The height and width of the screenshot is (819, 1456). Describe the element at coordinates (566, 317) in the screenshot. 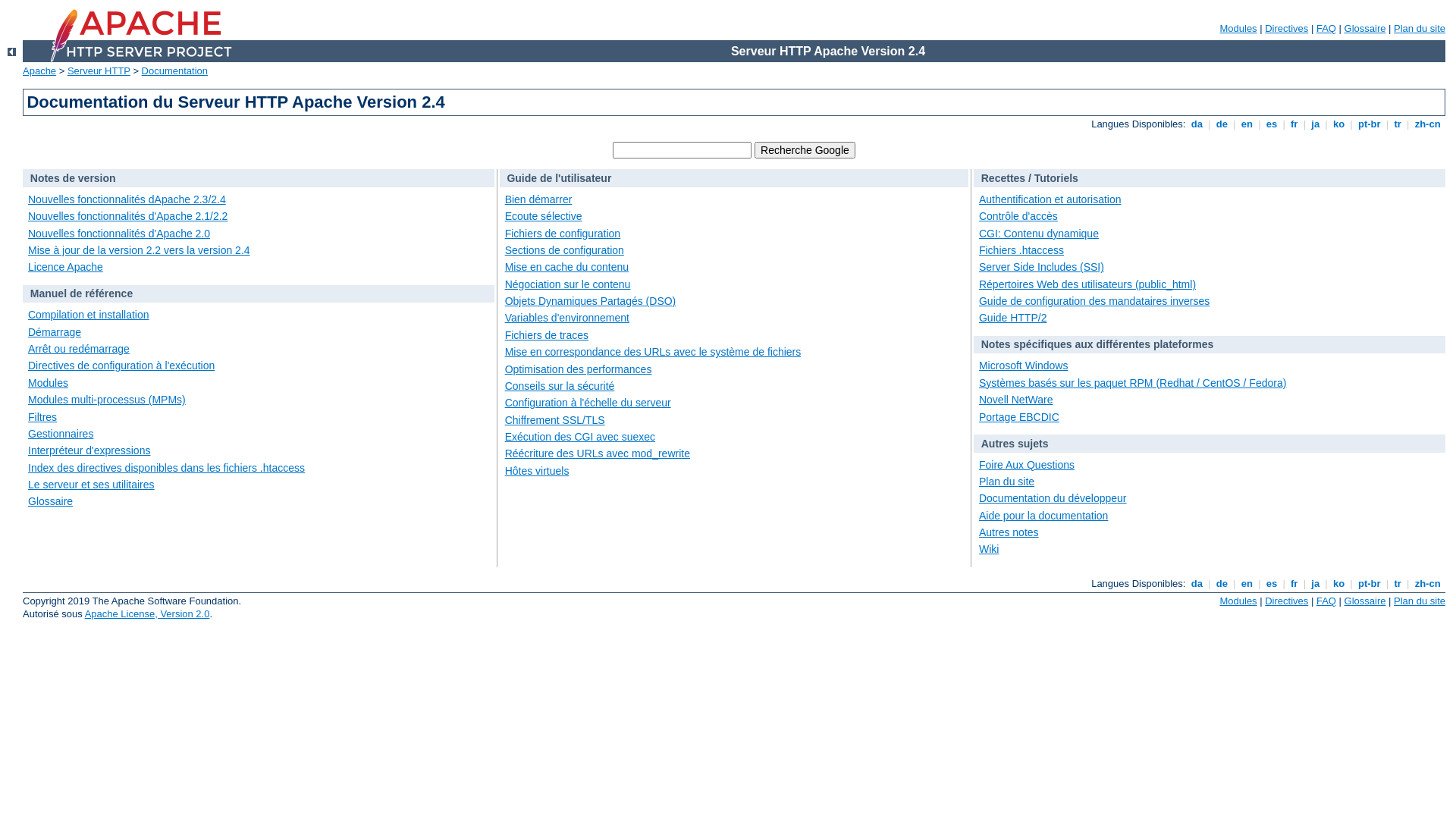

I see `'Variables d'environnement'` at that location.